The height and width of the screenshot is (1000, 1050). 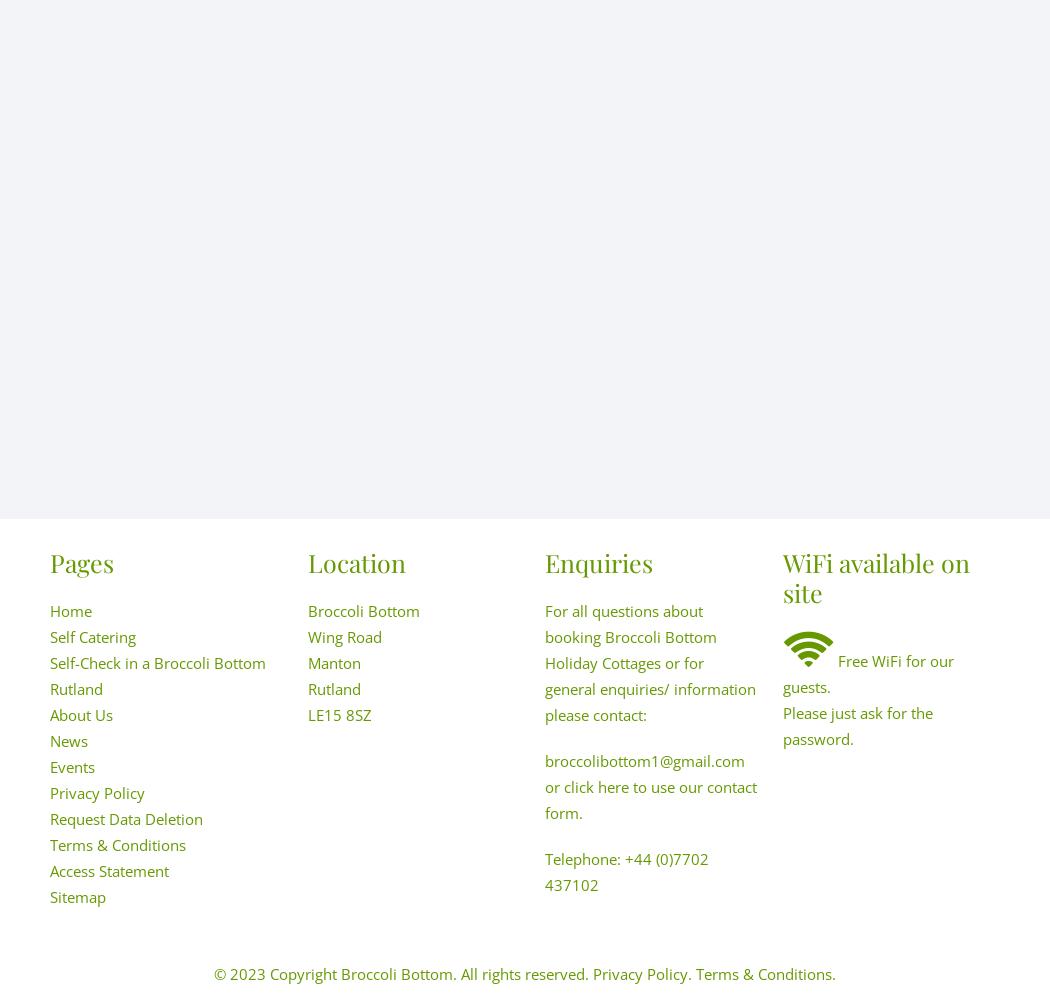 I want to click on 'Terms & Conditions.', so click(x=696, y=972).